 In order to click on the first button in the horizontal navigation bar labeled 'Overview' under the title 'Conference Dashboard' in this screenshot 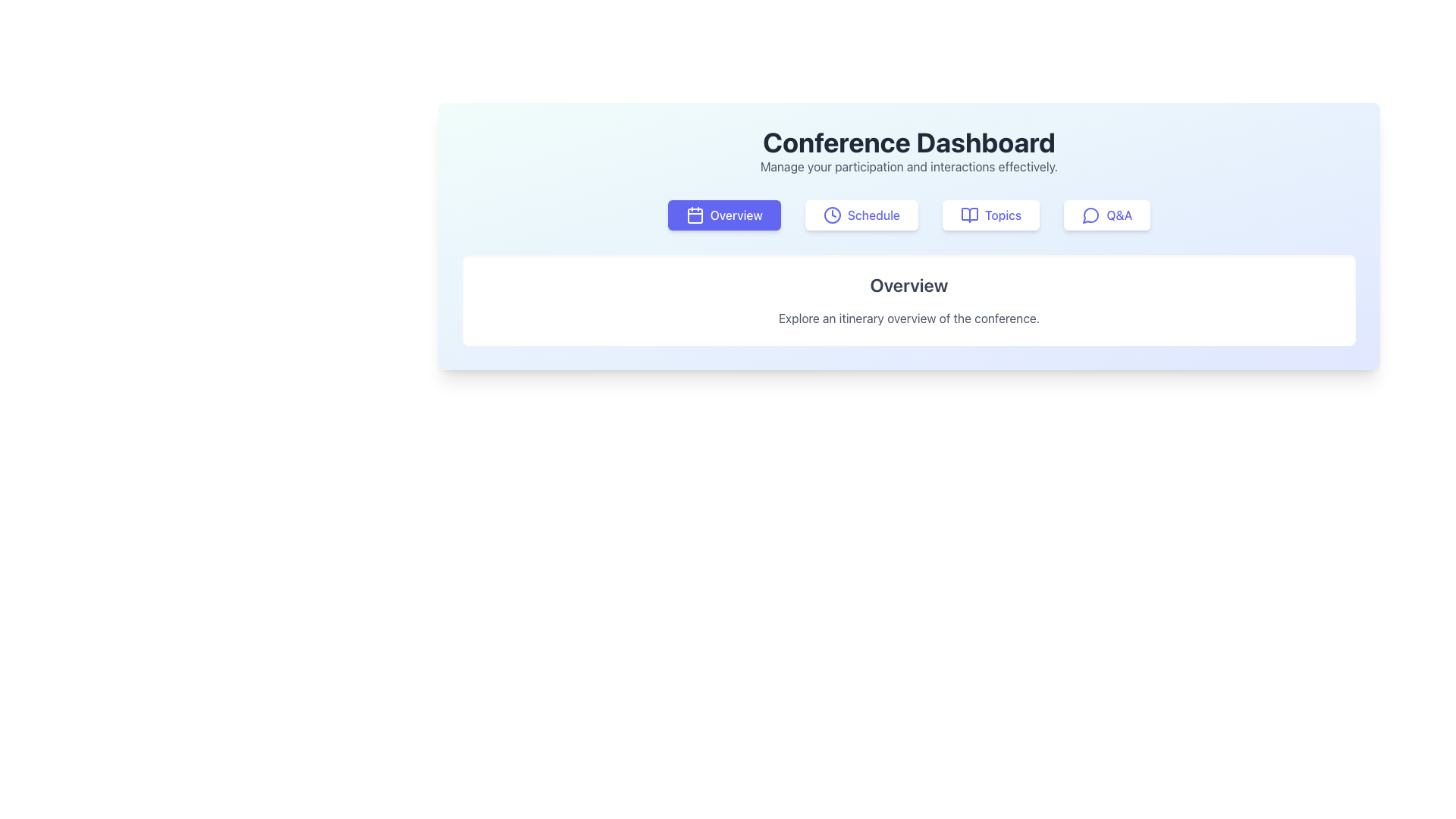, I will do `click(723, 215)`.